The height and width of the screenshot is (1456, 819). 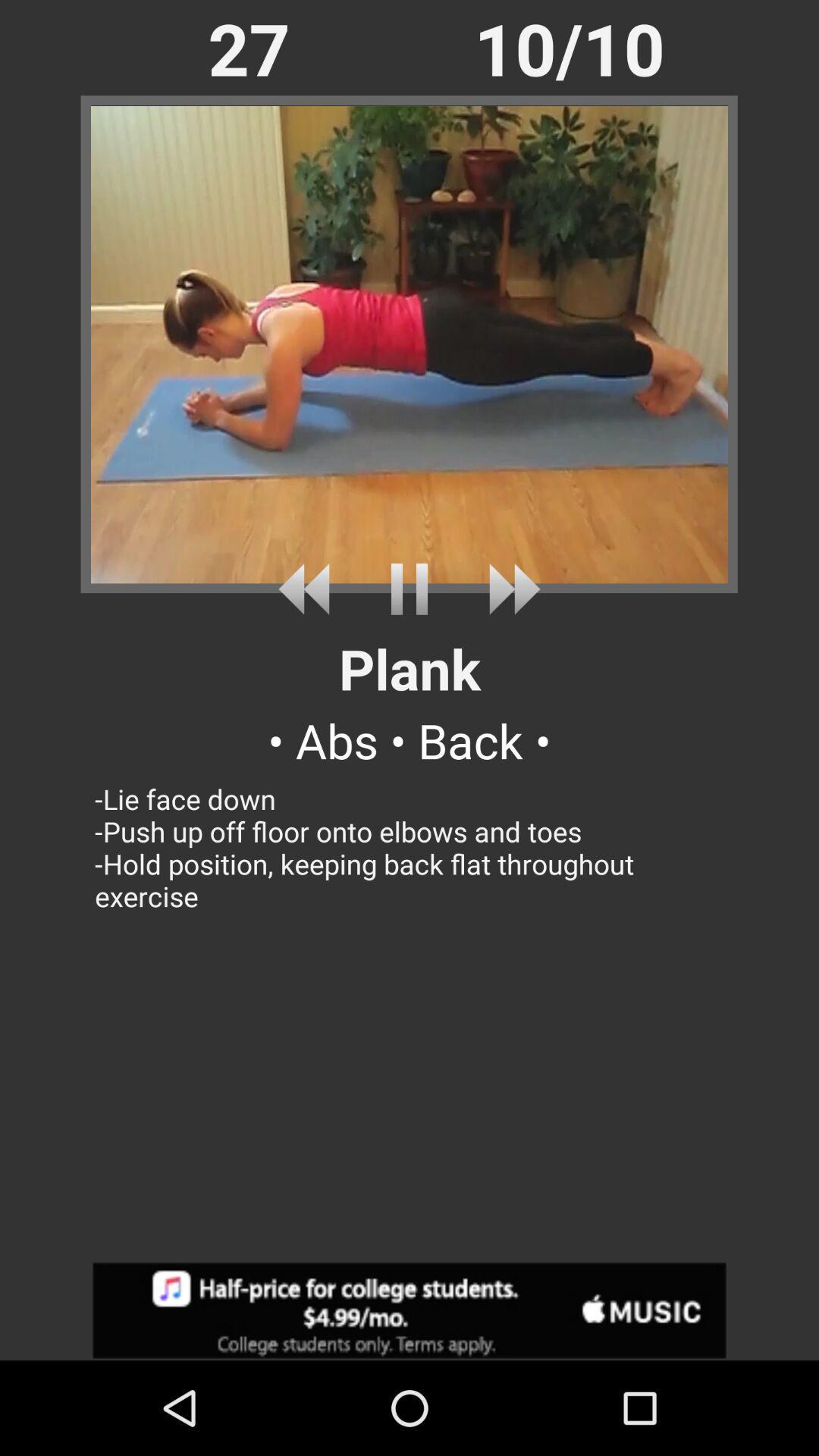 What do you see at coordinates (309, 588) in the screenshot?
I see `previous` at bounding box center [309, 588].